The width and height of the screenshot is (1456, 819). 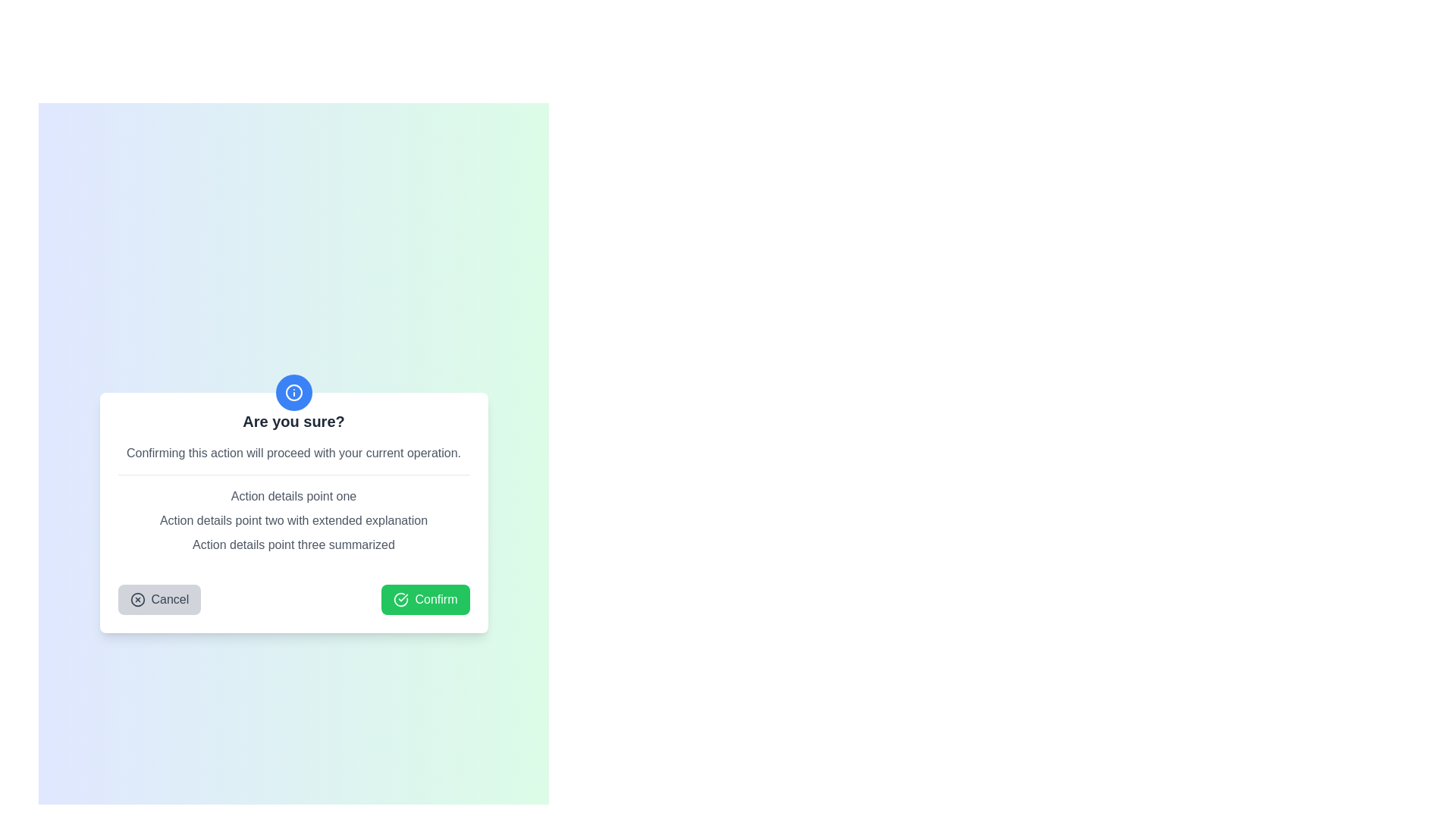 I want to click on the green 'Confirm' button with white text and a check mark icon to confirm the action, so click(x=425, y=598).